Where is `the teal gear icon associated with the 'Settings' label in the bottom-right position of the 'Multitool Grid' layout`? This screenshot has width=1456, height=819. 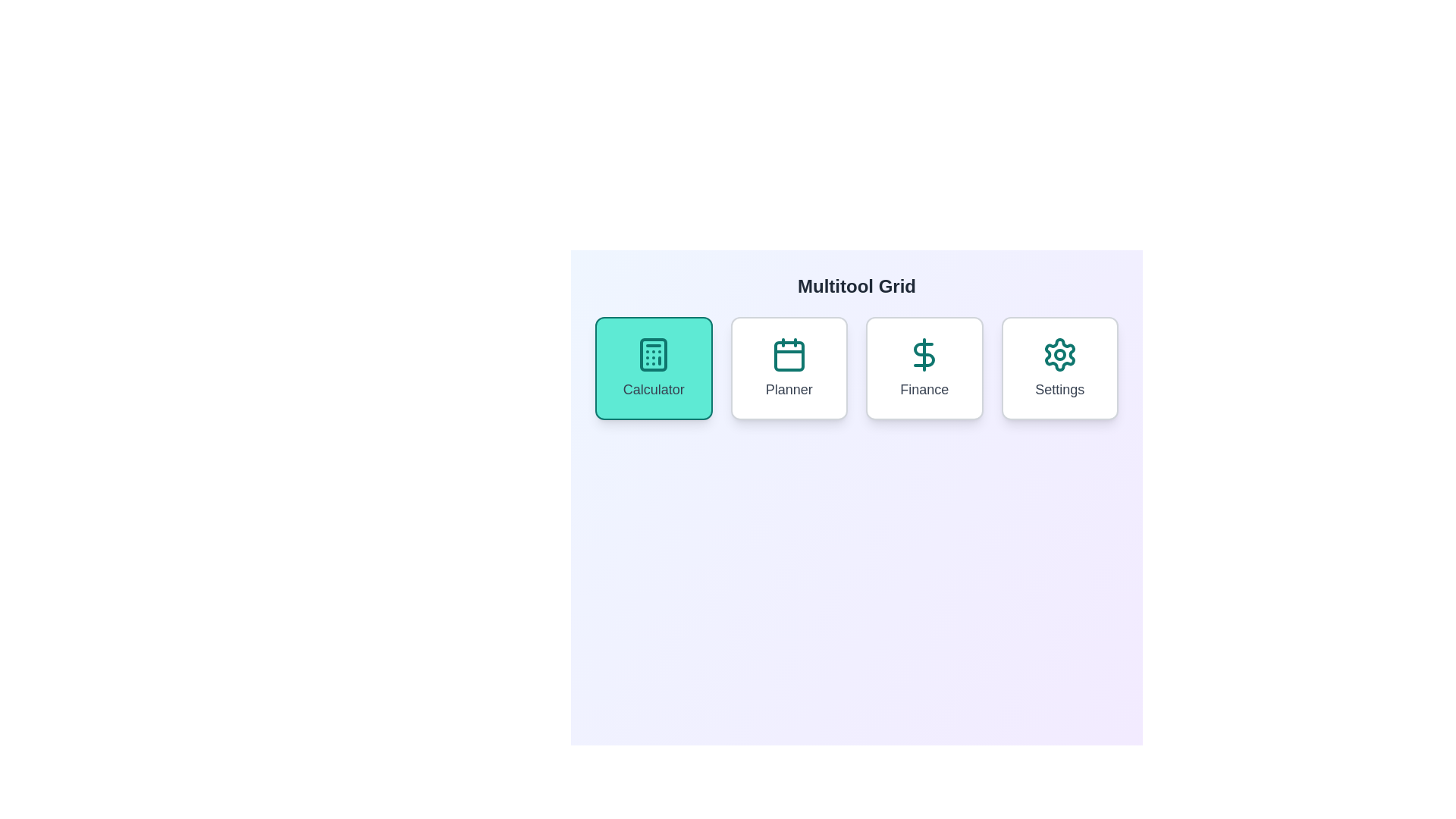 the teal gear icon associated with the 'Settings' label in the bottom-right position of the 'Multitool Grid' layout is located at coordinates (1059, 354).